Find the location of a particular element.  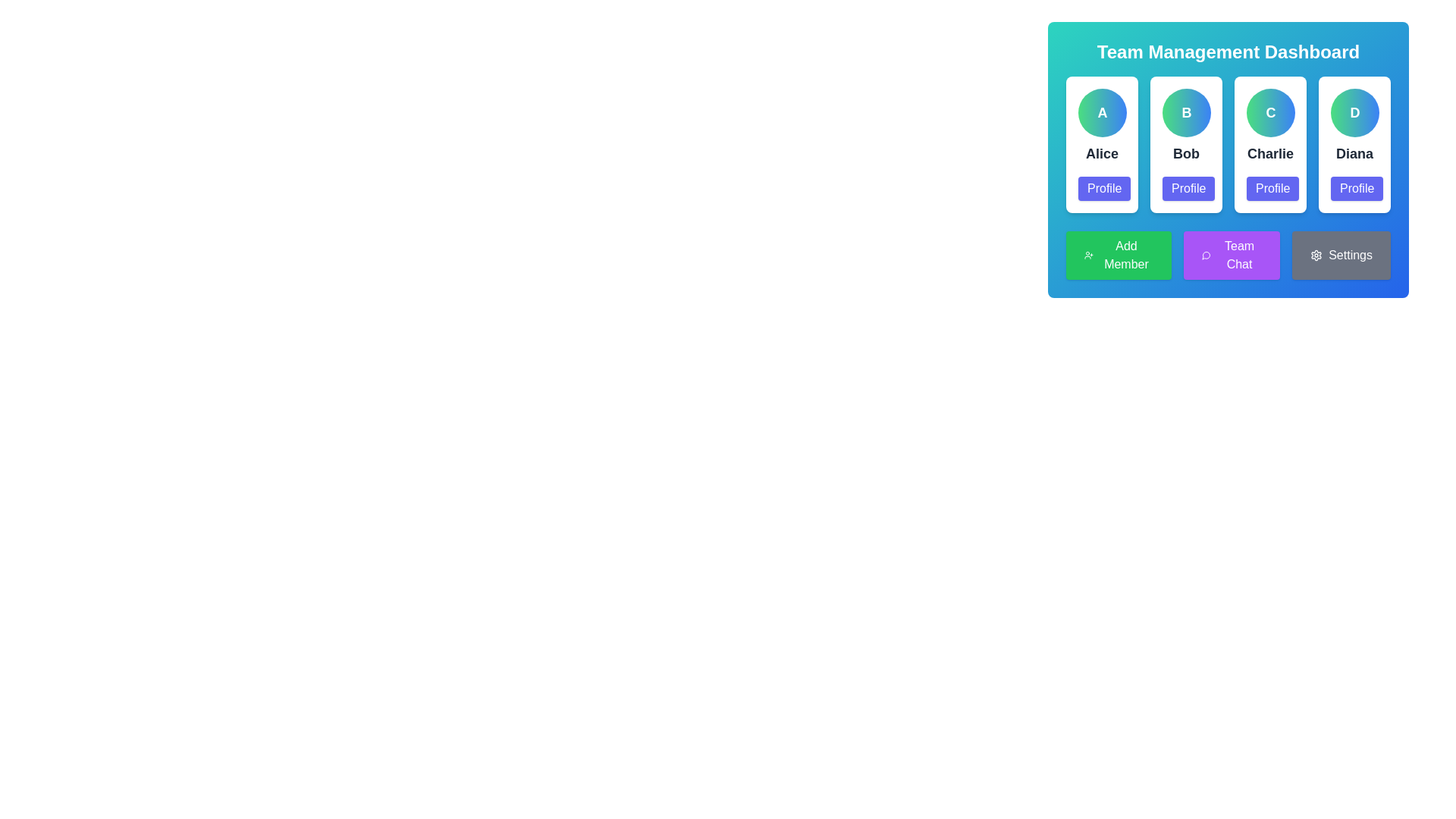

the static text label displaying the user's name, which is located in the second profile card from the left in the 'Team Management Dashboard' section, positioned centrally below the circular user icon labeled 'B' and above the 'Profile' button is located at coordinates (1185, 154).